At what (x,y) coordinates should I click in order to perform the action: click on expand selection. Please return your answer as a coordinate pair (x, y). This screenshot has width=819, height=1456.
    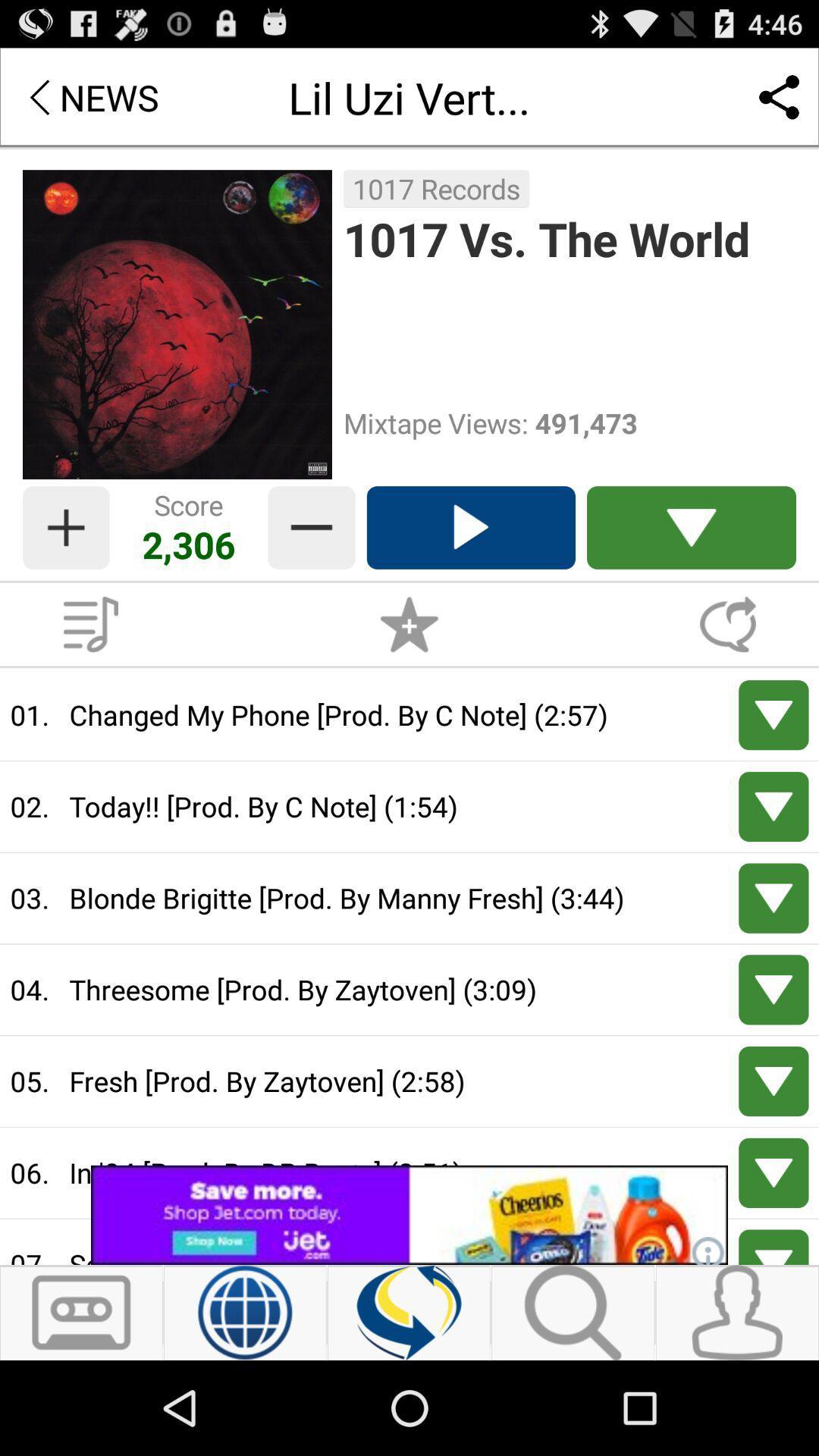
    Looking at the image, I should click on (773, 898).